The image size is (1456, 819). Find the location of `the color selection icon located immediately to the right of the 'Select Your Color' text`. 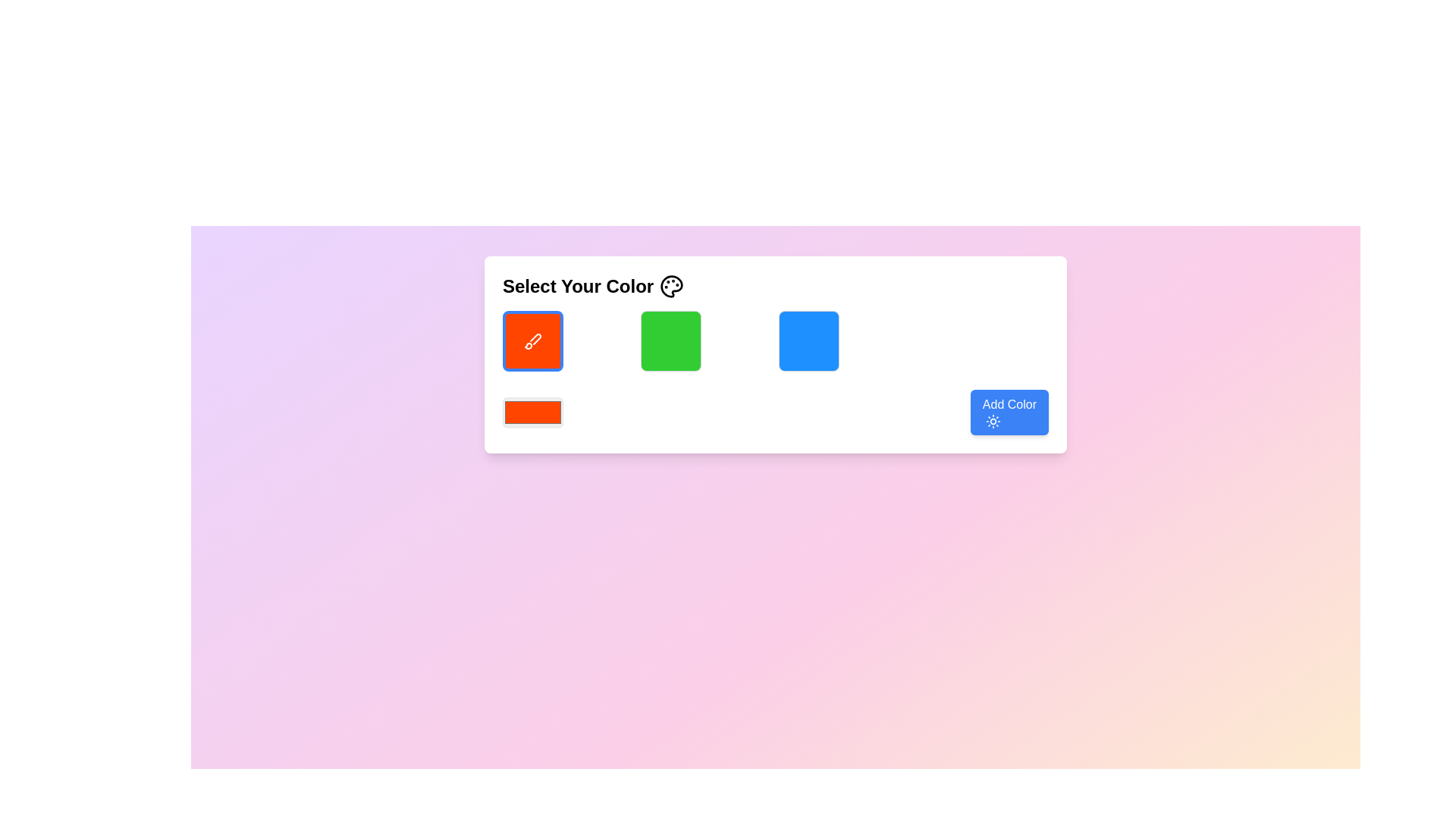

the color selection icon located immediately to the right of the 'Select Your Color' text is located at coordinates (671, 287).